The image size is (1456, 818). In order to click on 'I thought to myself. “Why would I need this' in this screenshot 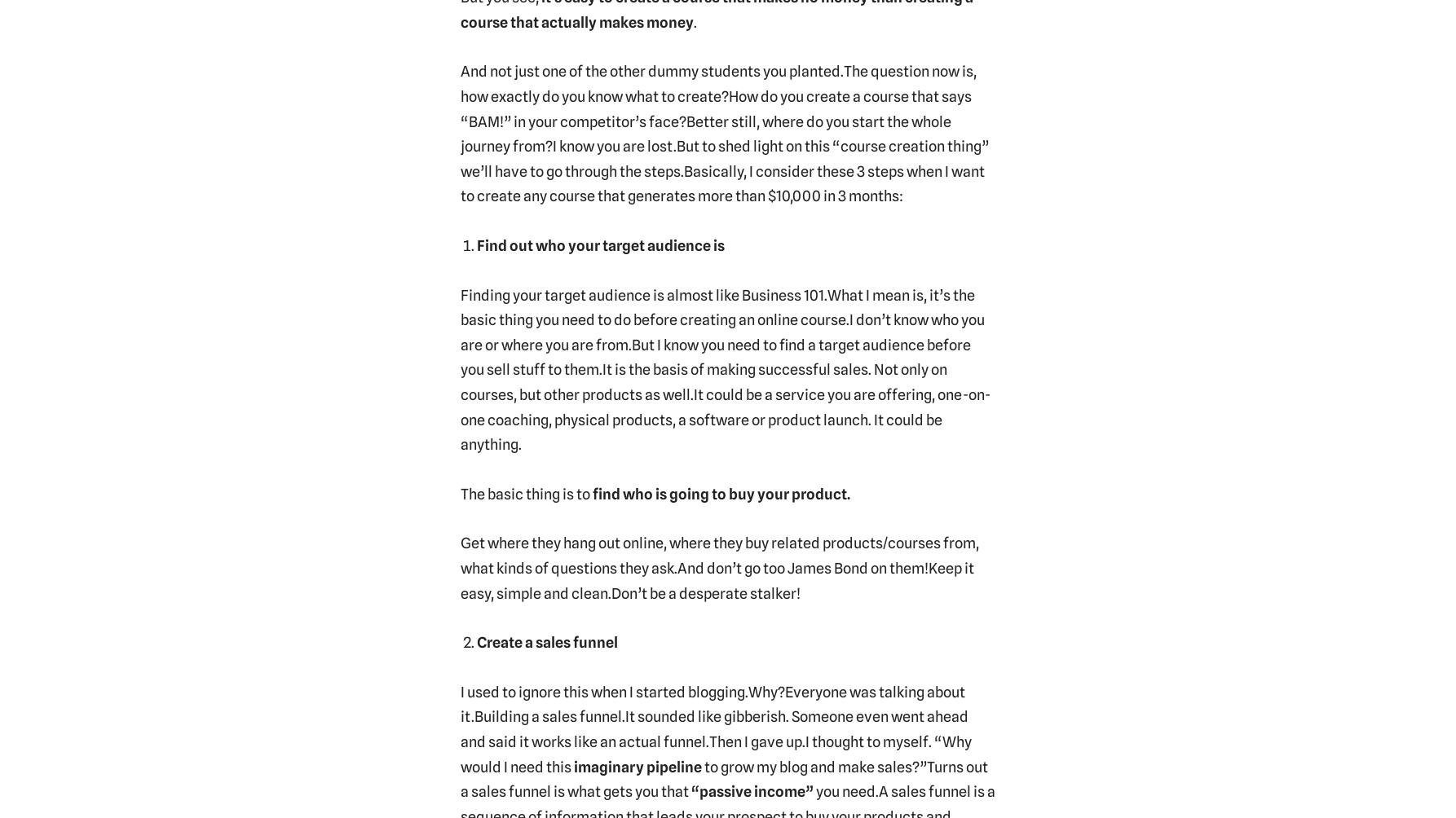, I will do `click(714, 752)`.